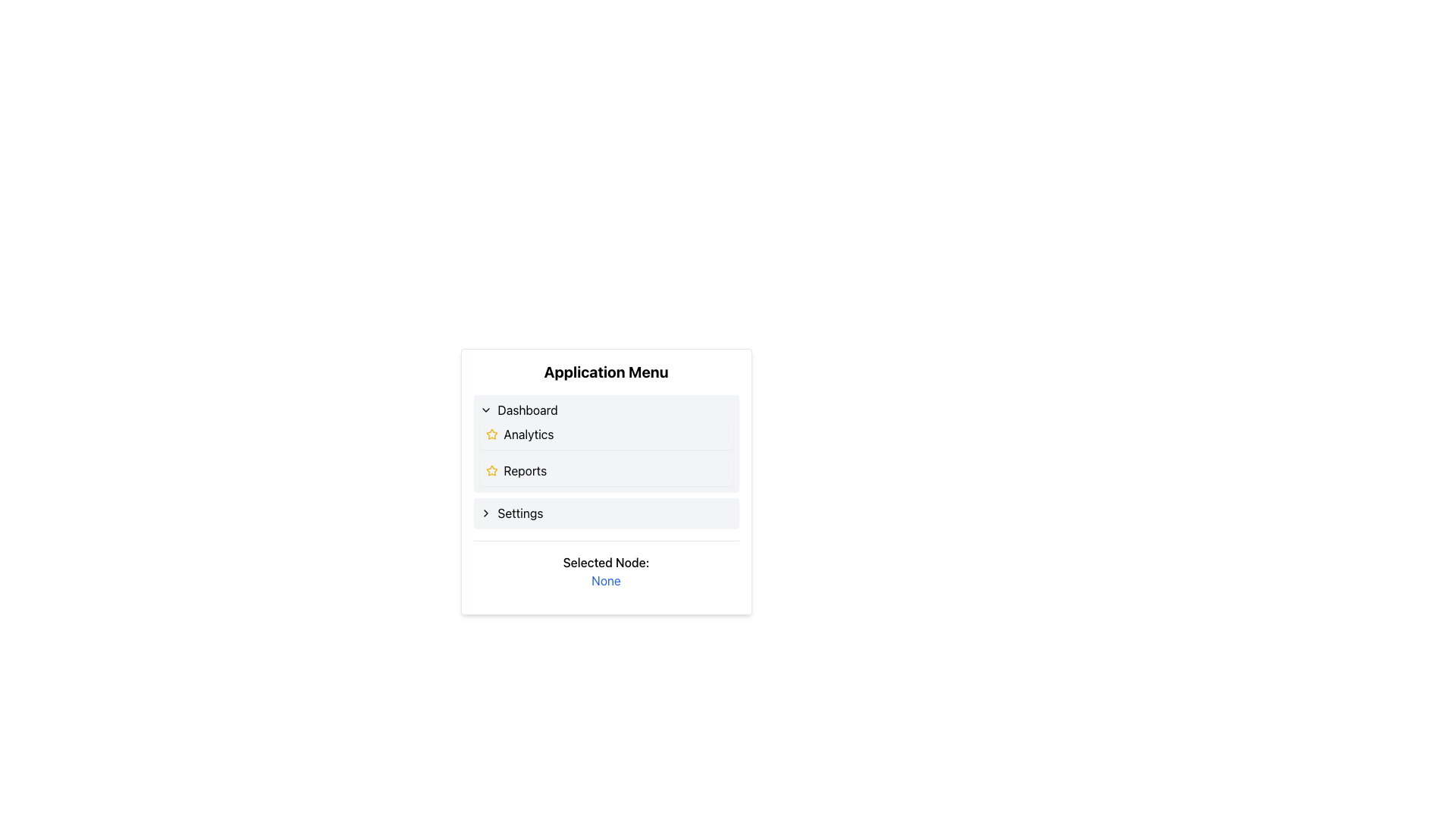  What do you see at coordinates (605, 513) in the screenshot?
I see `the 'Settings' menu item located at the bottom of the vertical menu, which includes 'Dashboard,' 'Analytics,' 'Reports,' and 'Settings' for highlighting` at bounding box center [605, 513].